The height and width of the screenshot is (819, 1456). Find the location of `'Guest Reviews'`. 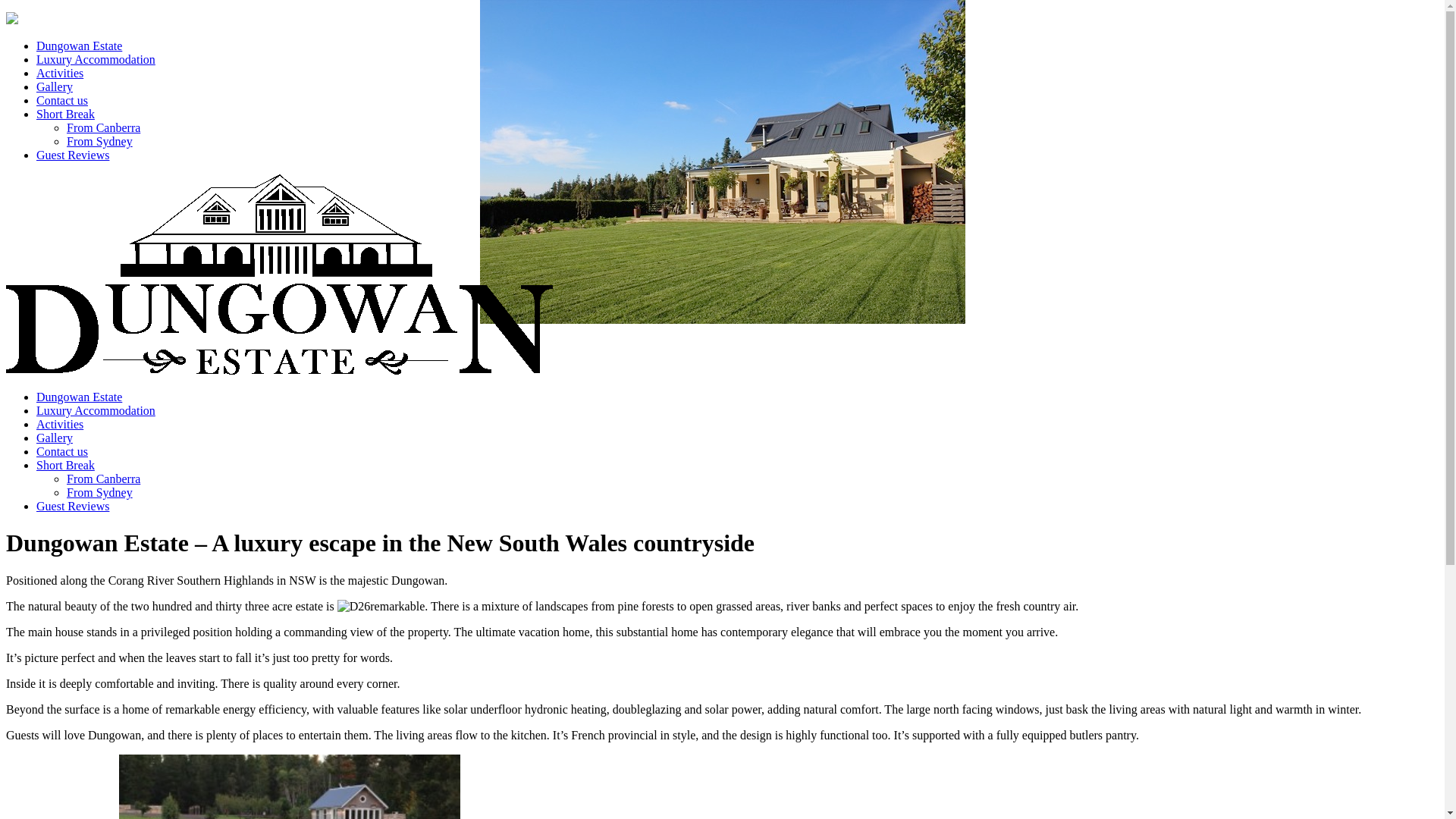

'Guest Reviews' is located at coordinates (36, 506).